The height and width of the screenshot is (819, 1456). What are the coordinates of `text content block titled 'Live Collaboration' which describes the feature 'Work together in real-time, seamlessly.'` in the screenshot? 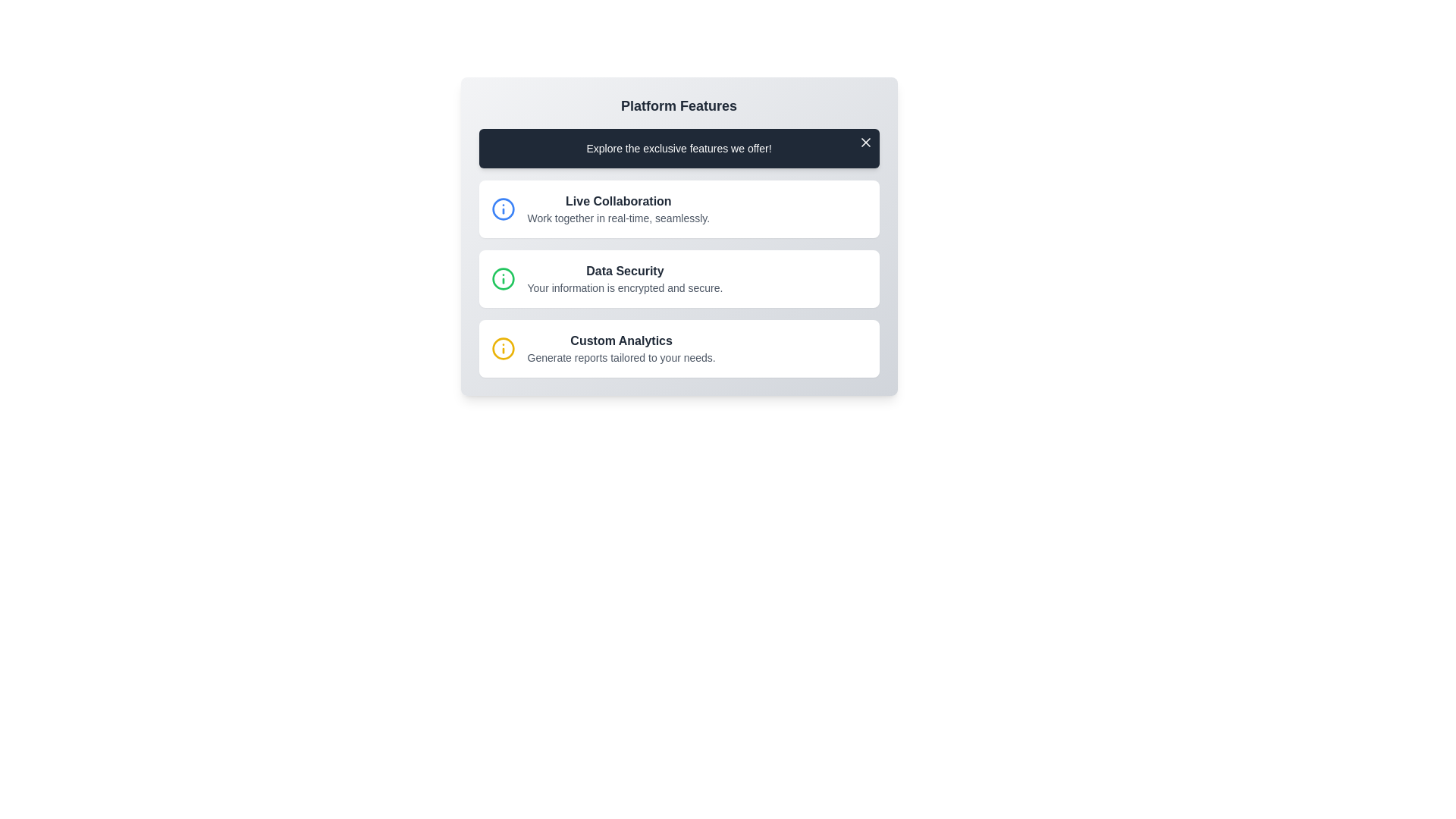 It's located at (618, 209).